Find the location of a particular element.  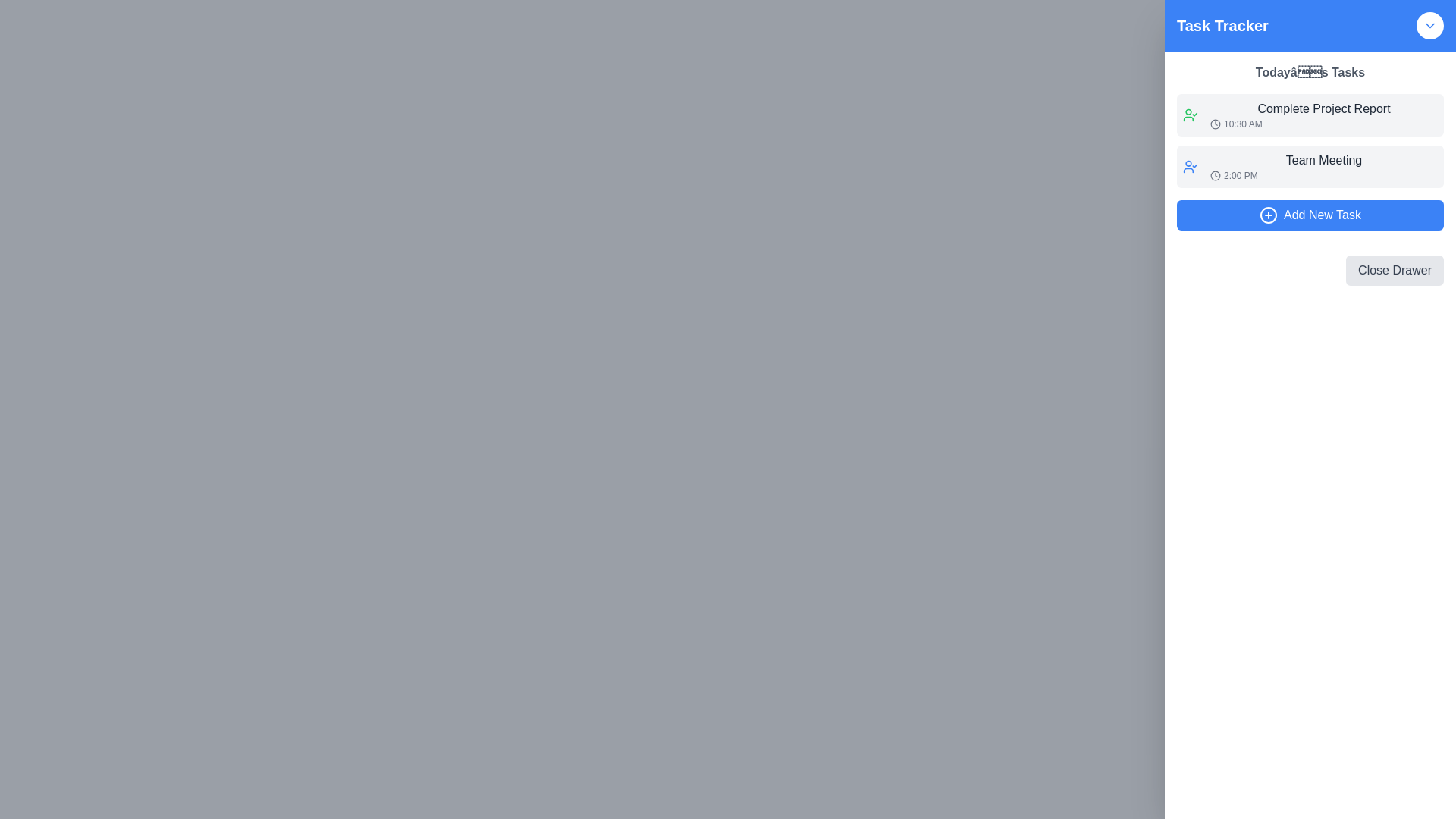

the clock icon in the label displaying the time assigned to the task 'Complete Project Report', located below the task title in 'Today's Tasks' is located at coordinates (1323, 124).